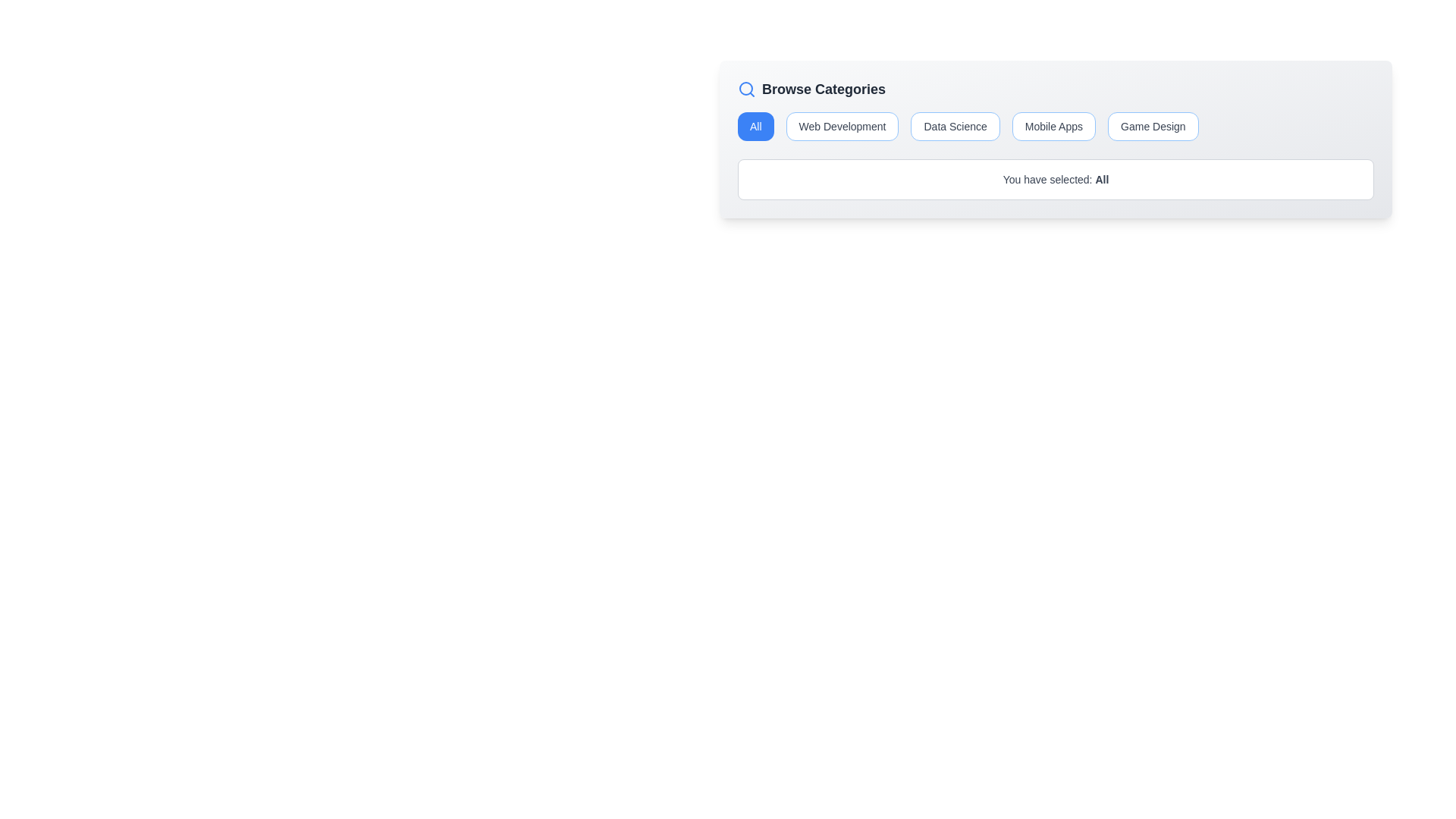 The width and height of the screenshot is (1456, 819). I want to click on the 'Mobile Apps' tab button which is the fourth button in a horizontal list under the 'Browse Categories' header, so click(1055, 125).